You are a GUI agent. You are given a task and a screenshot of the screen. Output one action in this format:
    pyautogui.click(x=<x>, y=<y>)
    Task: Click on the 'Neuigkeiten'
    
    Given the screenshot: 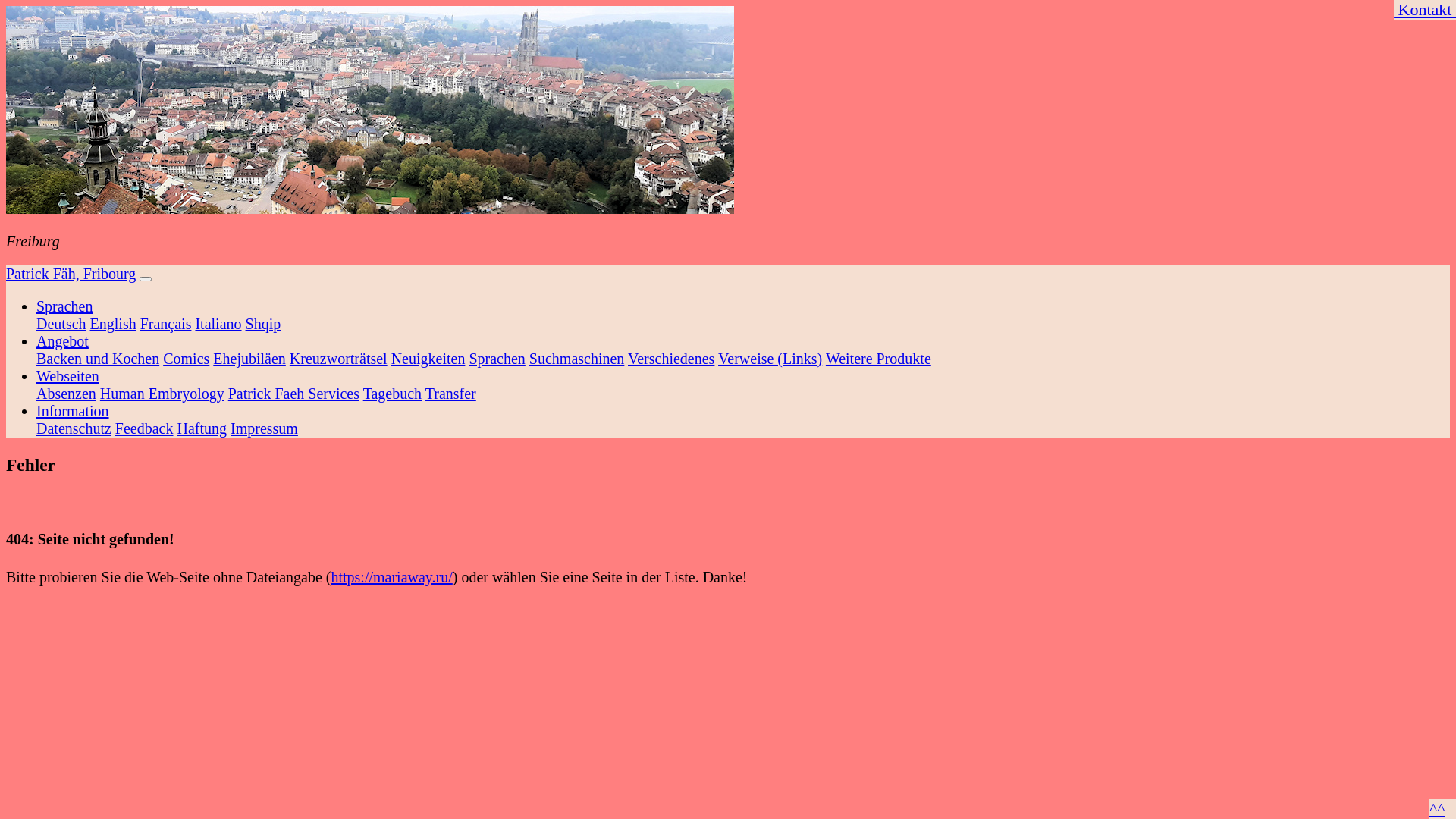 What is the action you would take?
    pyautogui.click(x=391, y=359)
    